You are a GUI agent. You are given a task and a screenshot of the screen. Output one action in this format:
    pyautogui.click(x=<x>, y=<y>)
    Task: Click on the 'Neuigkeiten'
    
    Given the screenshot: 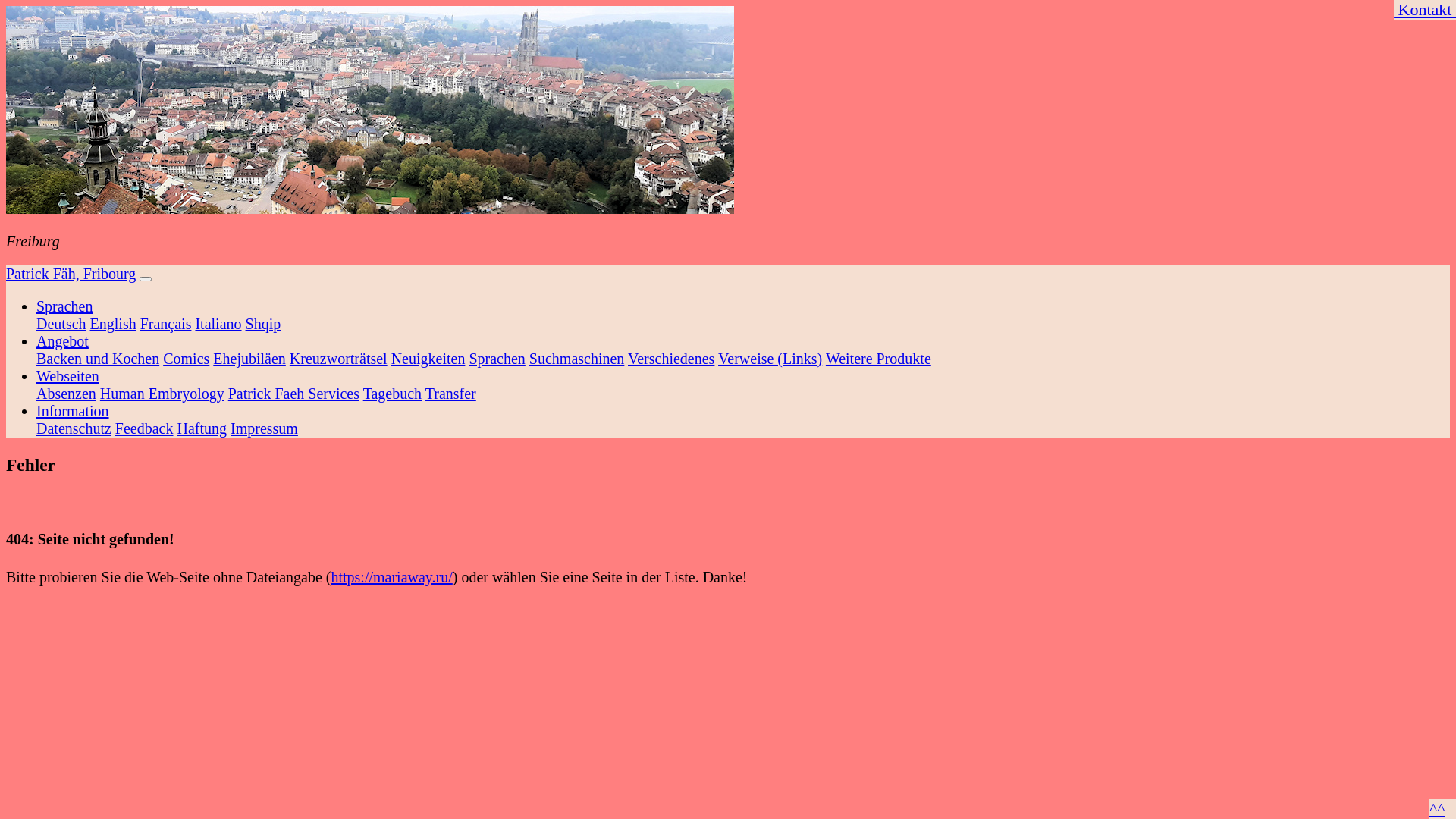 What is the action you would take?
    pyautogui.click(x=391, y=359)
    